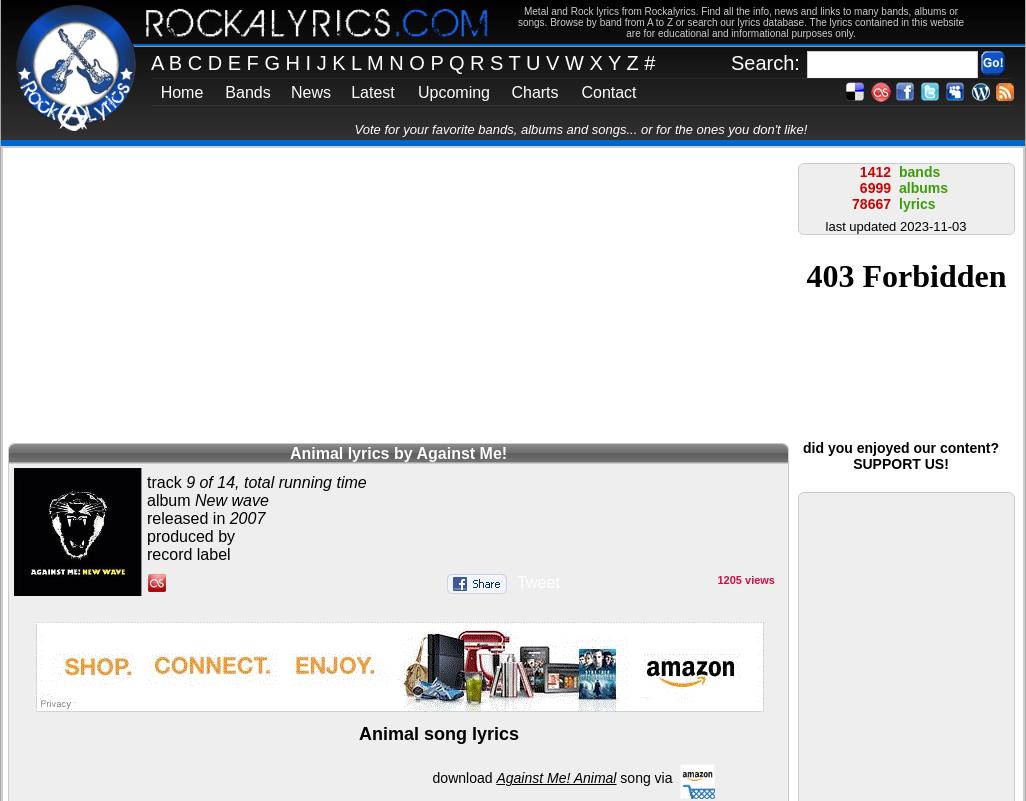 This screenshot has height=801, width=1026. Describe the element at coordinates (900, 456) in the screenshot. I see `'did you enjoyed our content? SUPPORT US!'` at that location.